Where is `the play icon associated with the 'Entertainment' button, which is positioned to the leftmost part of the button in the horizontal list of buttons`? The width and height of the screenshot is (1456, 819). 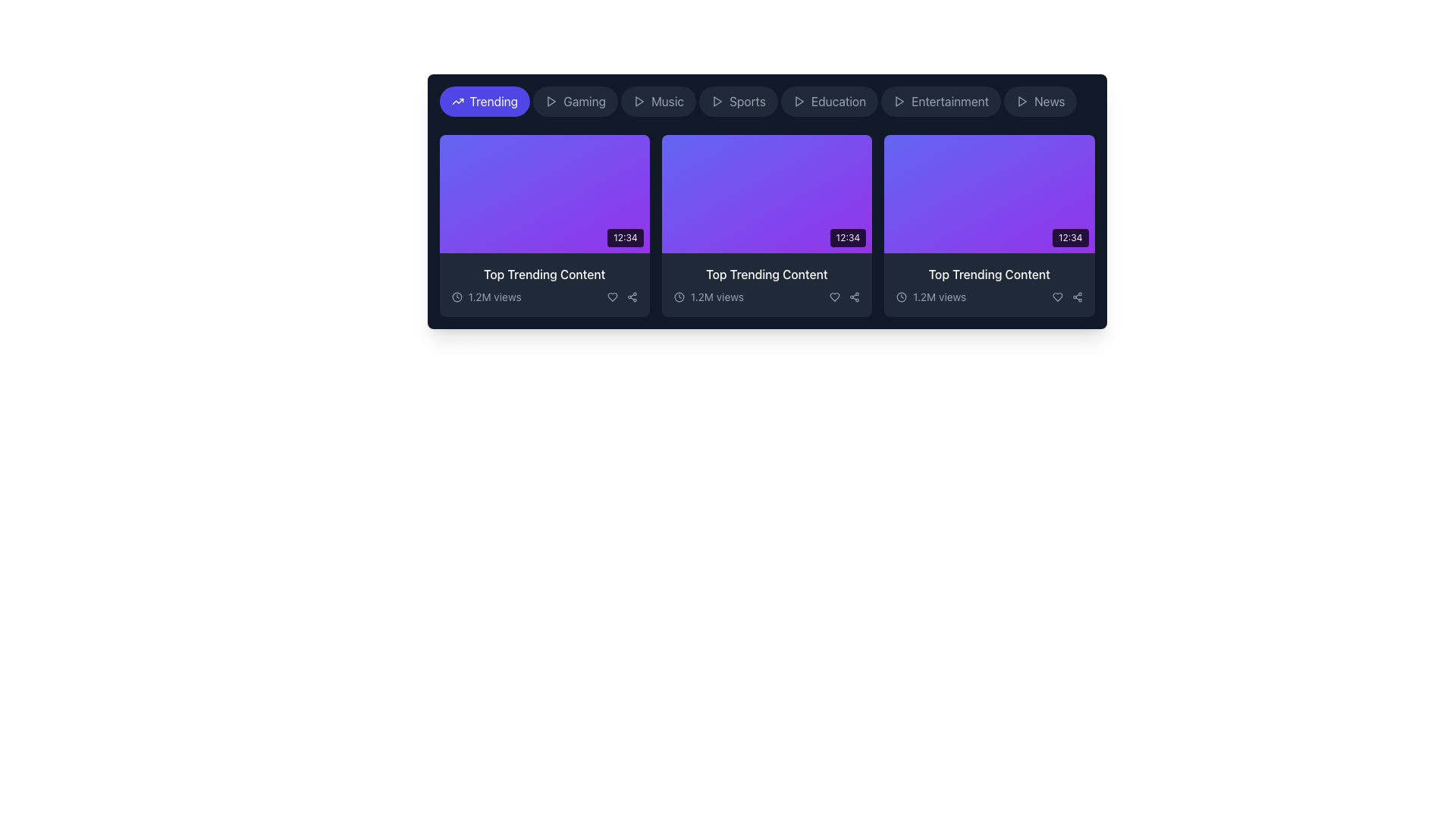 the play icon associated with the 'Entertainment' button, which is positioned to the leftmost part of the button in the horizontal list of buttons is located at coordinates (899, 102).